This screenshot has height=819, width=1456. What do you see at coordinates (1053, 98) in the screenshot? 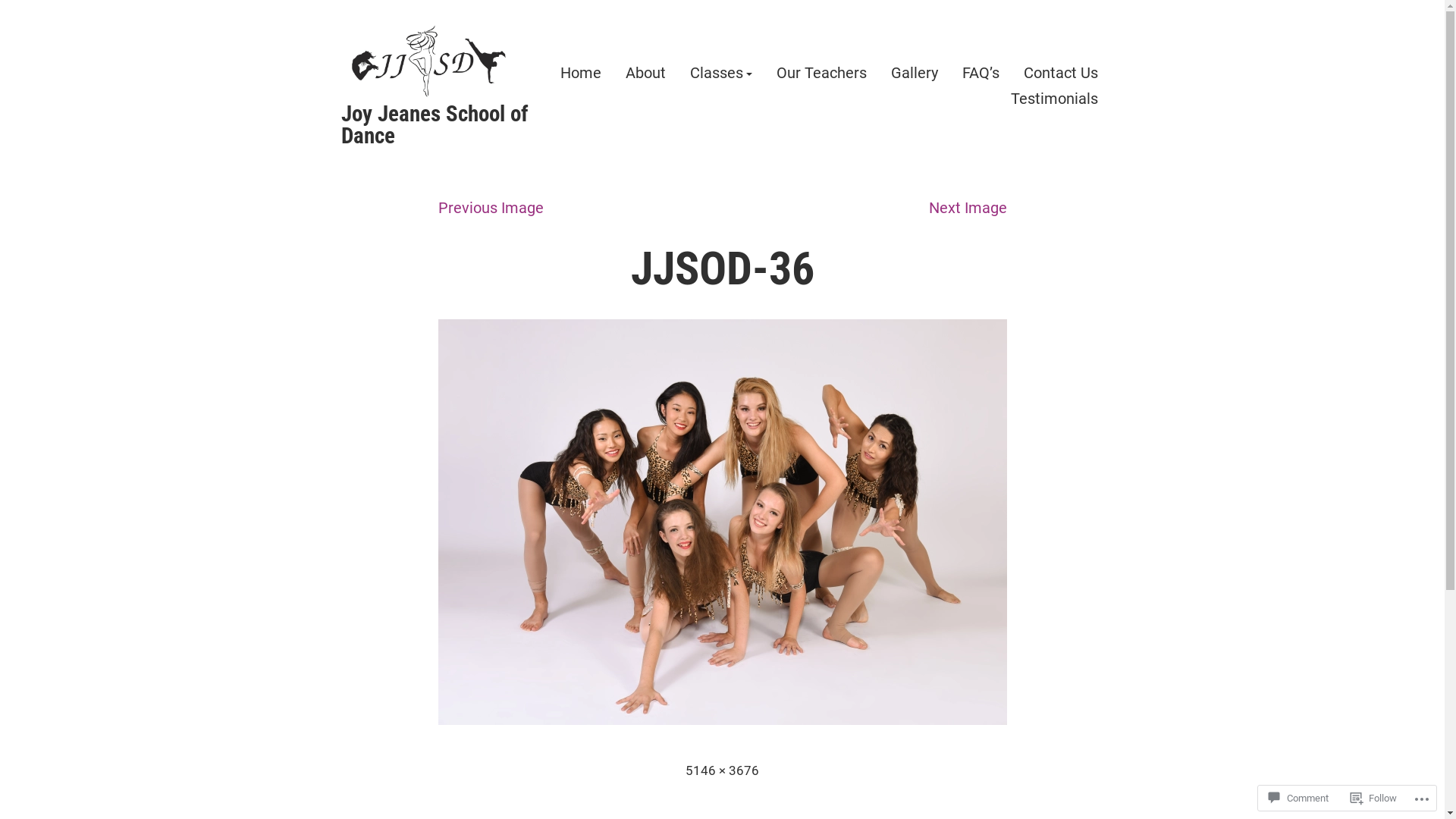
I see `'Testimonials'` at bounding box center [1053, 98].